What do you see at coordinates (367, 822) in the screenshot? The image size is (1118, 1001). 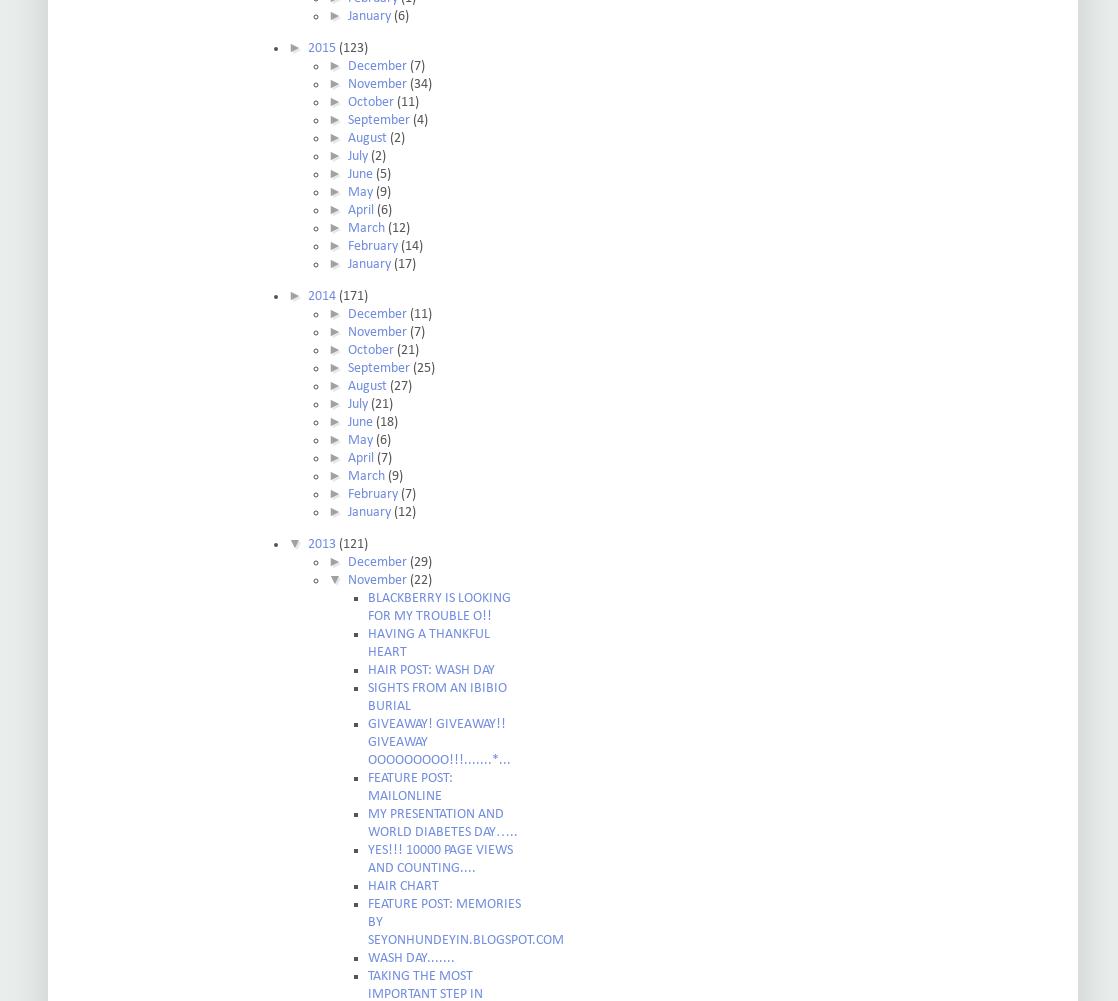 I see `'MY PRESENTATION AND WORLD DIABETES DAY…..'` at bounding box center [367, 822].